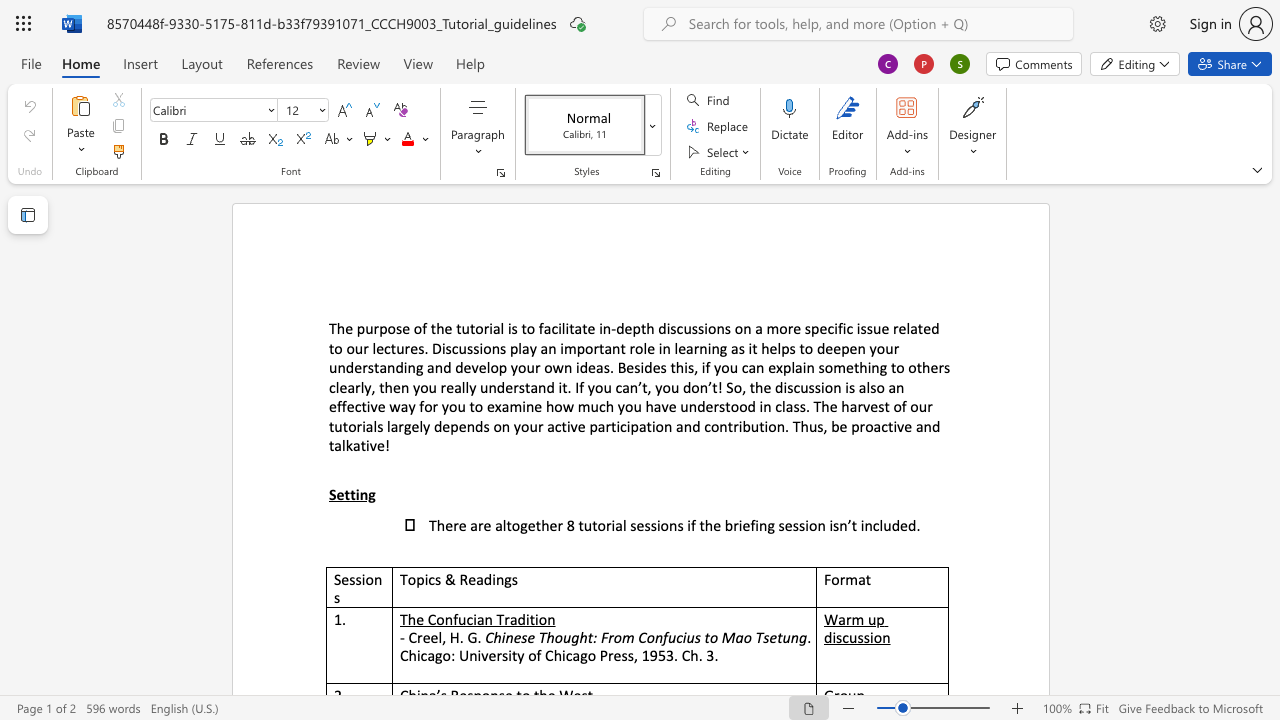 The width and height of the screenshot is (1280, 720). Describe the element at coordinates (457, 637) in the screenshot. I see `the space between the continuous character "H" and "." in the text` at that location.